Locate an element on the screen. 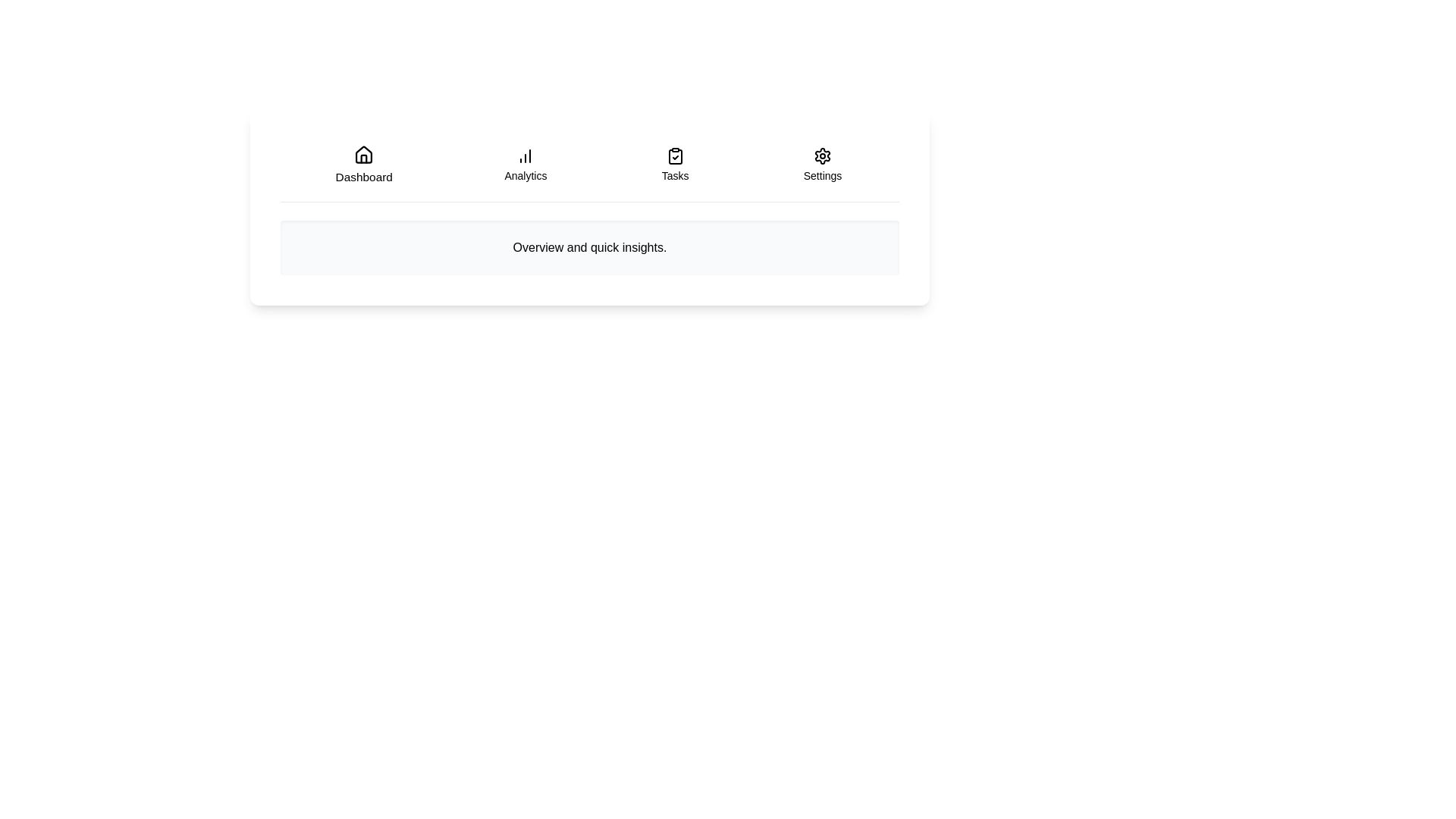 The width and height of the screenshot is (1456, 819). the 'Dashboard' text label in the top menu section is located at coordinates (362, 176).